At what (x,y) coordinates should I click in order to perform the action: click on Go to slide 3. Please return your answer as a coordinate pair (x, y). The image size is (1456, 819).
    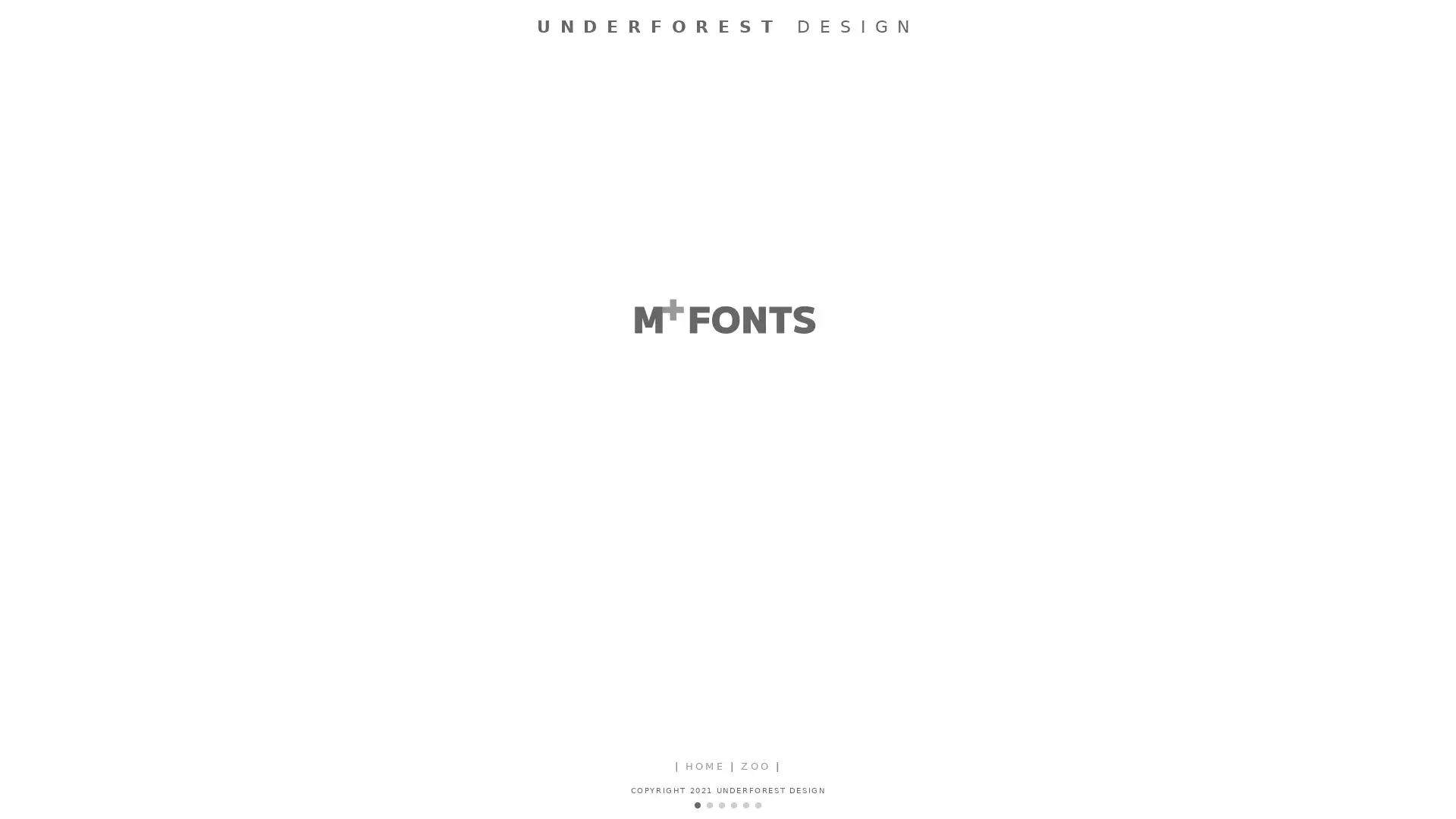
    Looking at the image, I should click on (720, 804).